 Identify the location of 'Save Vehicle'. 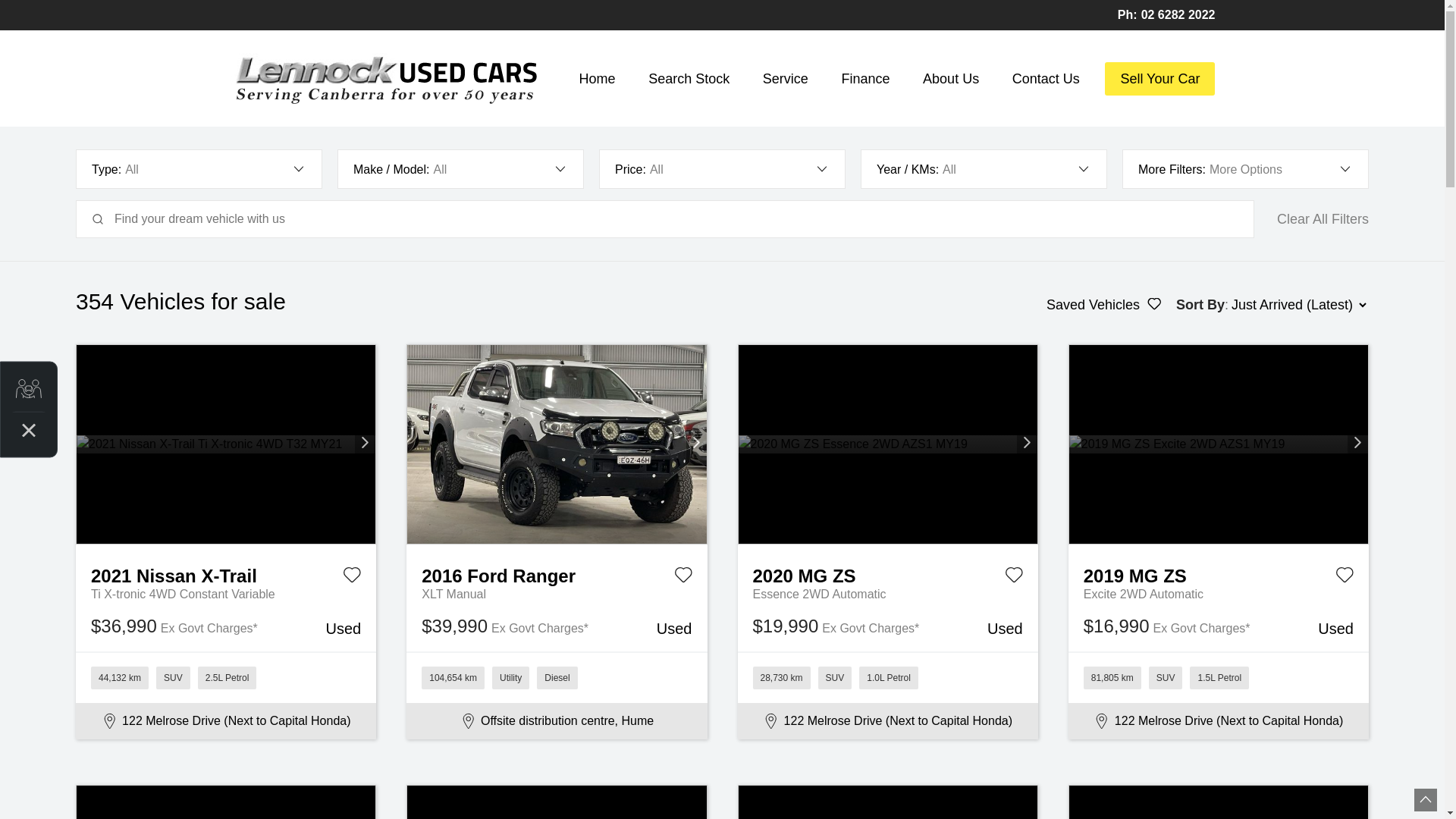
(351, 578).